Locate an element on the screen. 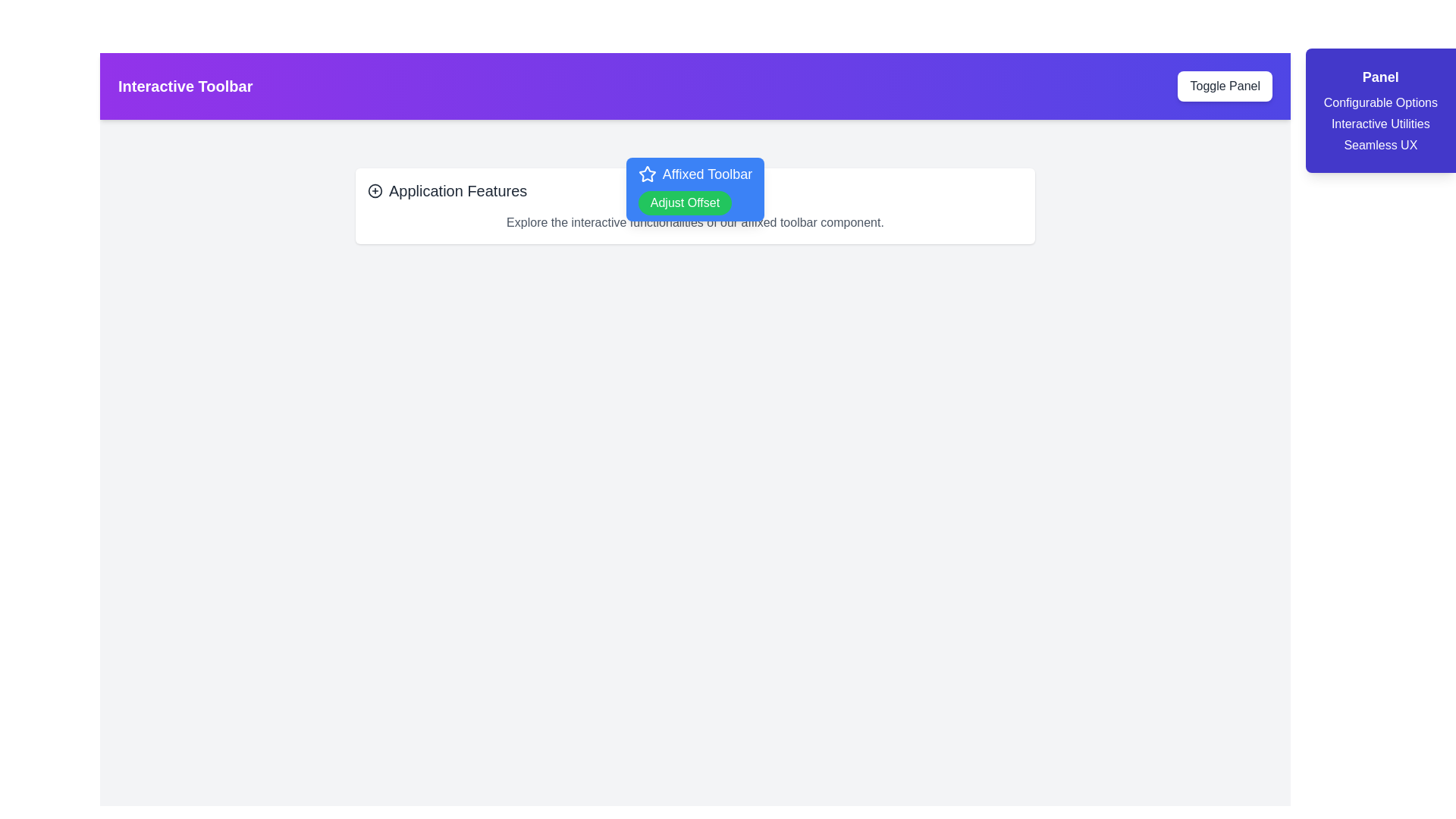 The height and width of the screenshot is (819, 1456). the Interactive toolbar label with a button for 'Adjust Offset', which is centrally located below the 'Interactive Toolbar' section and above the 'Application Features' content box is located at coordinates (694, 189).